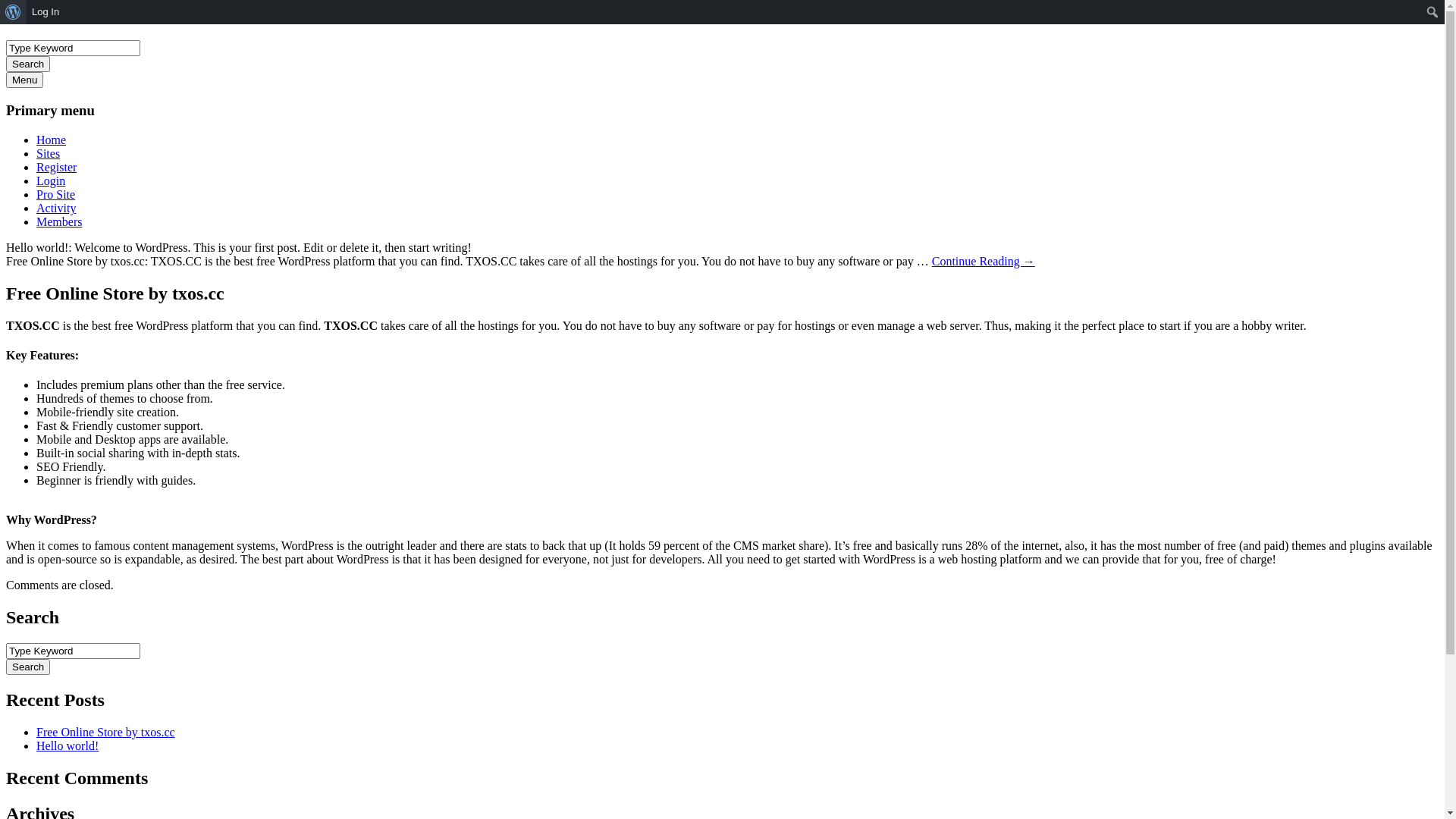 Image resolution: width=1456 pixels, height=819 pixels. I want to click on 'Sites', so click(36, 153).